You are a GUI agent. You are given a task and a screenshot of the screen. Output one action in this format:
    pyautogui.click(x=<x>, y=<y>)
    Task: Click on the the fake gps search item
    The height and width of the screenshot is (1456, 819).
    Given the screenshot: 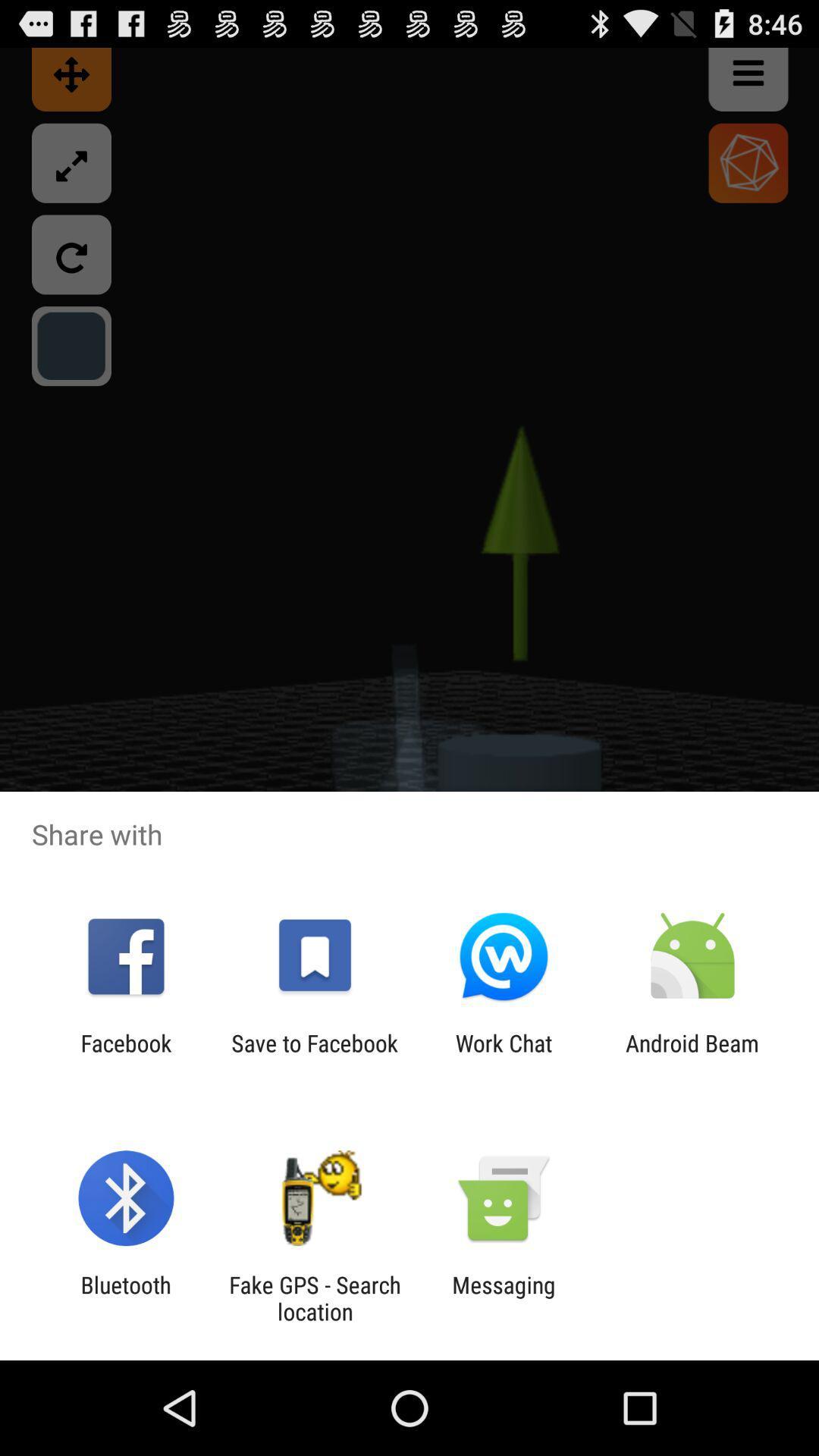 What is the action you would take?
    pyautogui.click(x=314, y=1298)
    